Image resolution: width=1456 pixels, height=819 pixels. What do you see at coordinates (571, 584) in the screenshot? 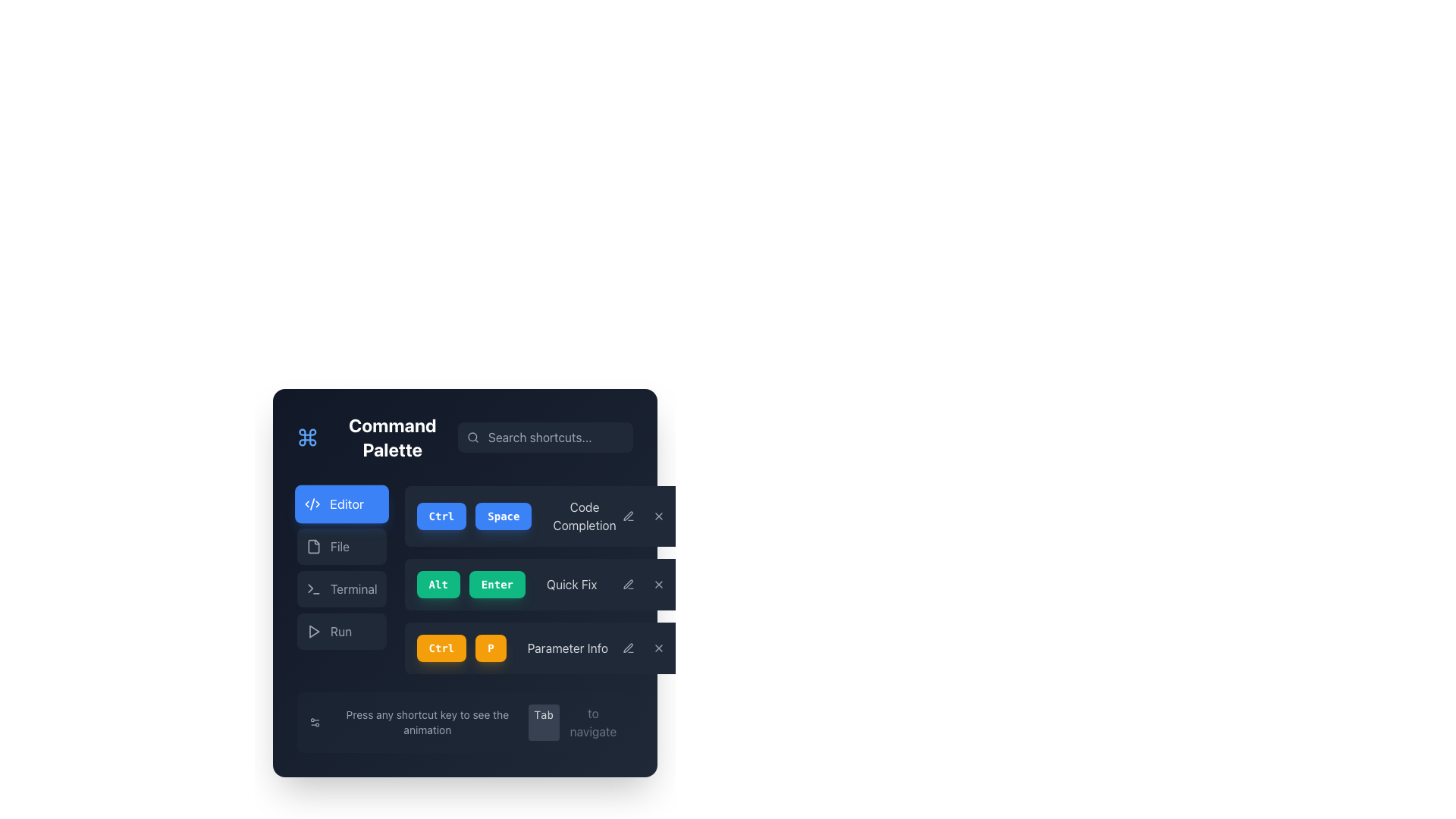
I see `the 'Quick Fix' text label, which is displayed in light gray and positioned to the right of the 'Alt' and 'Enter' buttons within the Command Palette UI layout` at bounding box center [571, 584].